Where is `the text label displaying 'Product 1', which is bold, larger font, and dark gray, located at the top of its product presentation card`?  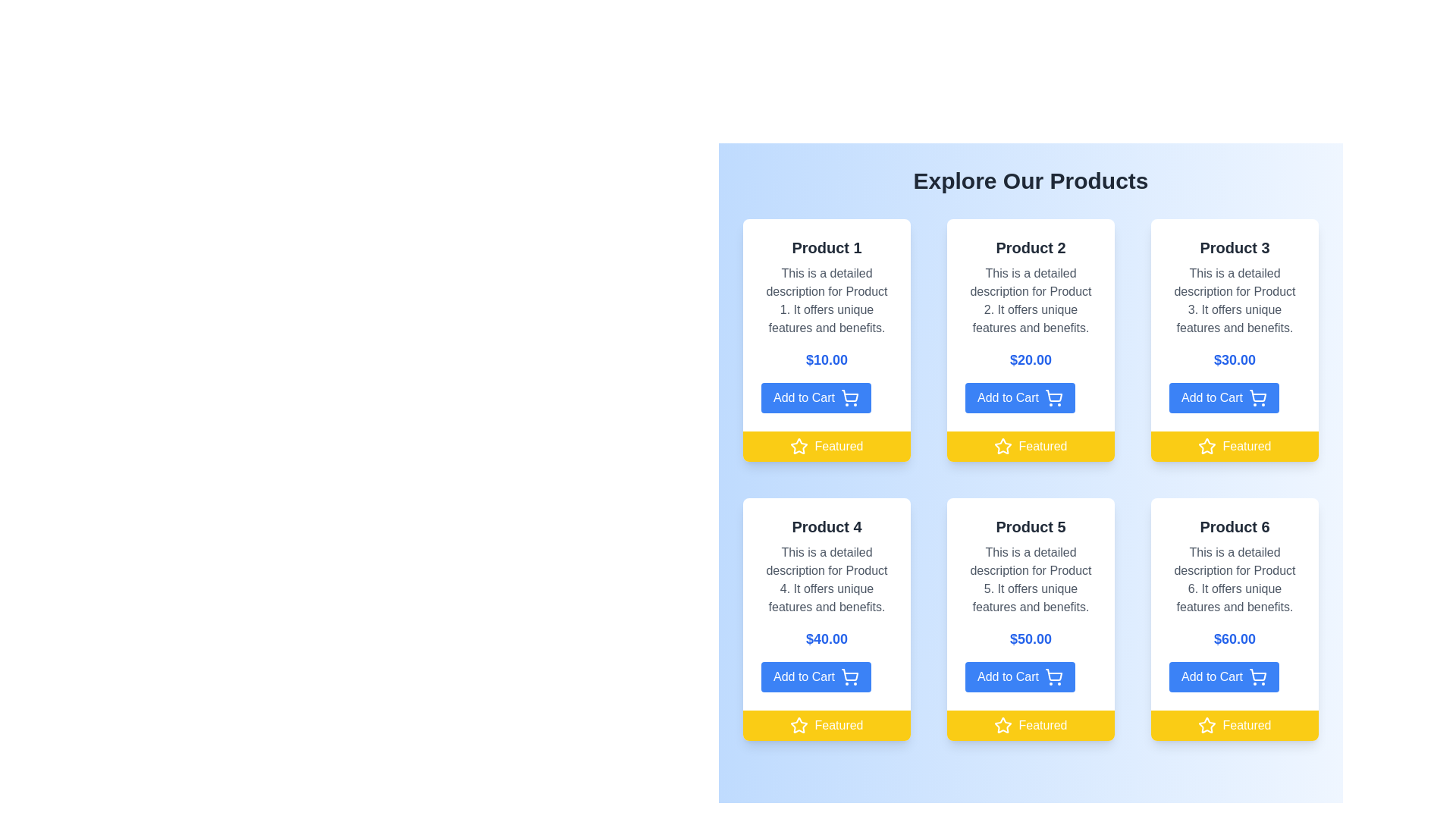
the text label displaying 'Product 1', which is bold, larger font, and dark gray, located at the top of its product presentation card is located at coordinates (826, 247).